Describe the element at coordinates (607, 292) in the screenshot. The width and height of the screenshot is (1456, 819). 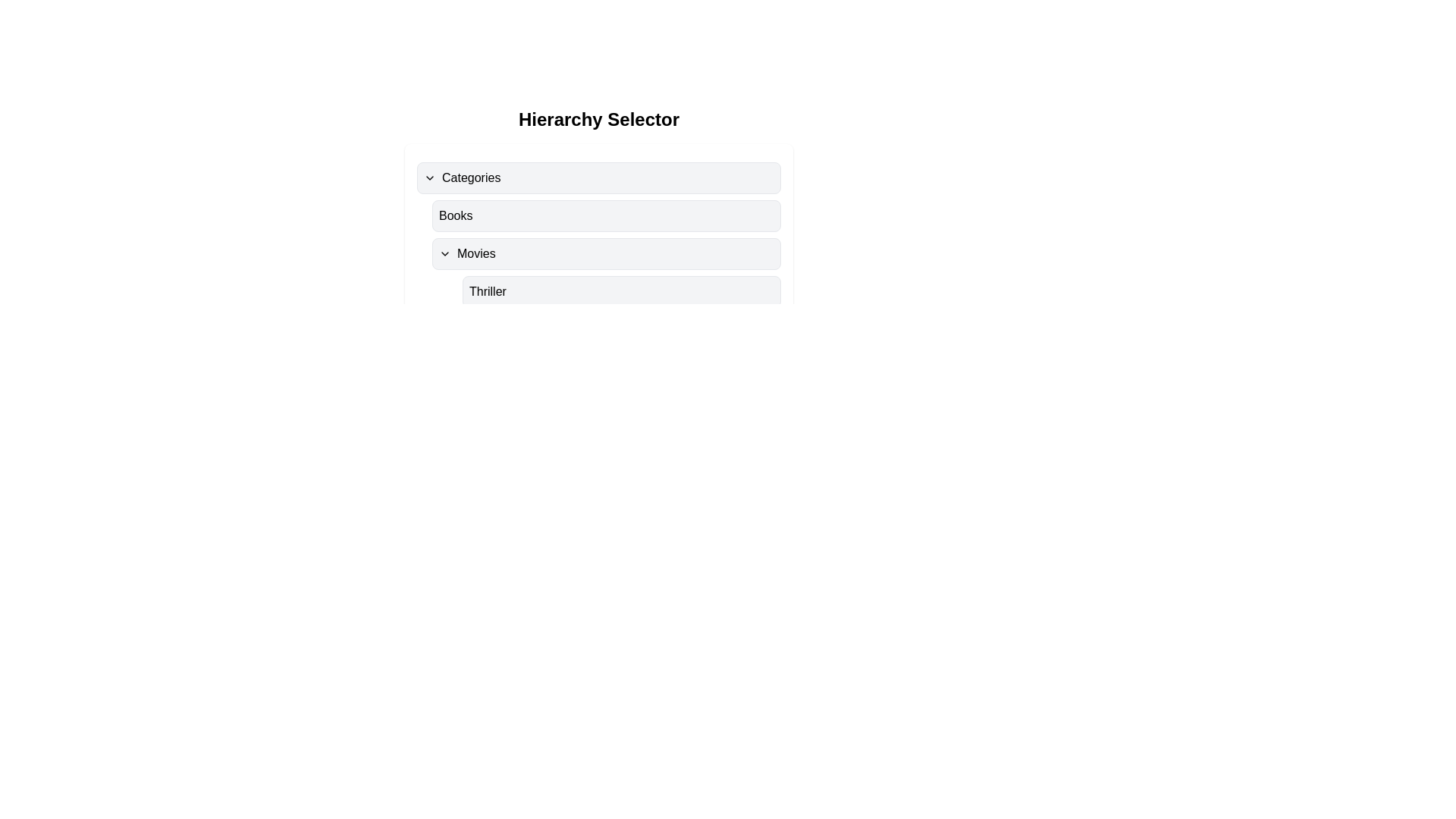
I see `the 'Thriller' list item under the 'Movies' section` at that location.